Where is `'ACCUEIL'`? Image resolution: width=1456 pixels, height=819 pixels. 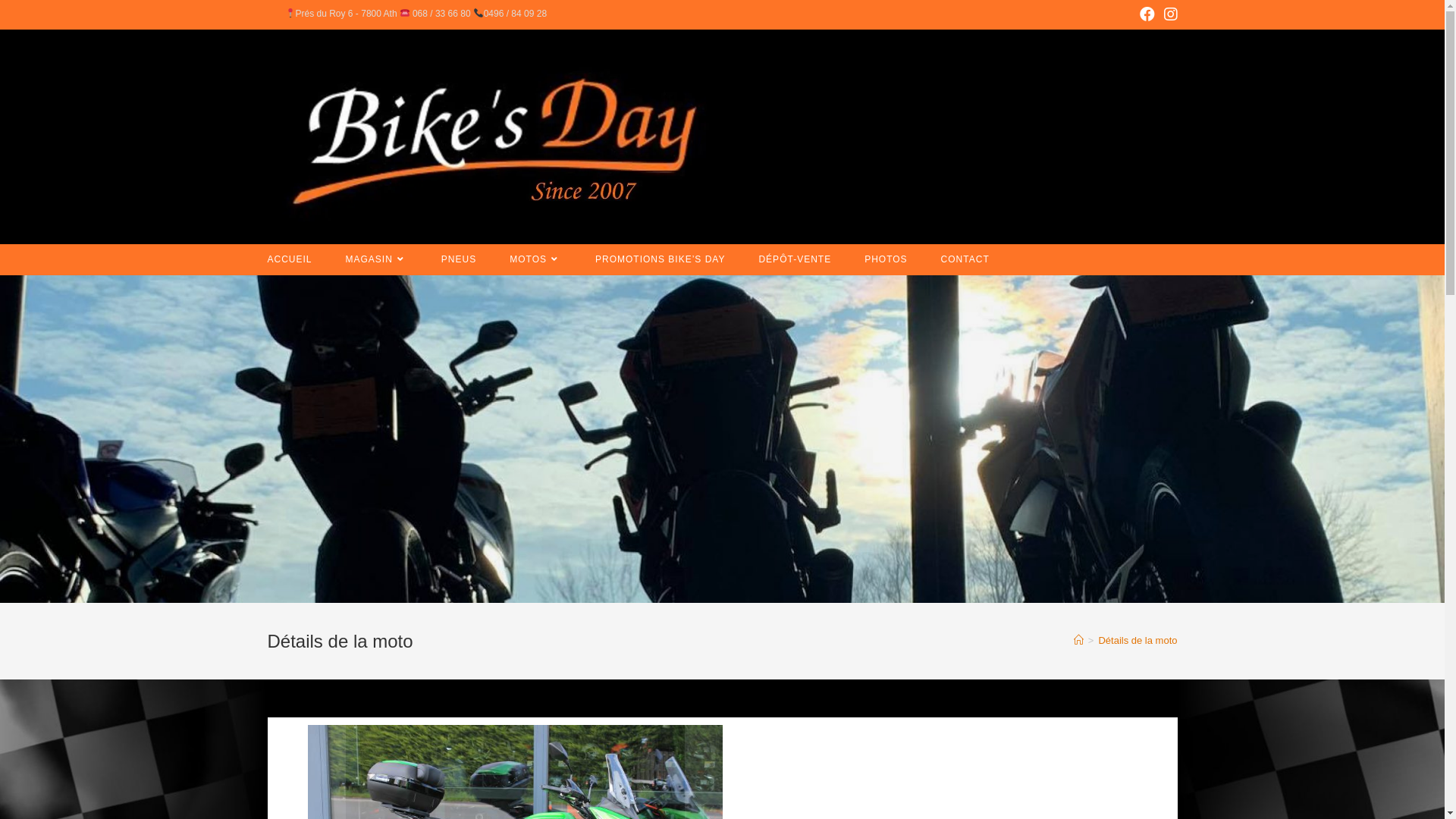
'ACCUEIL' is located at coordinates (250, 259).